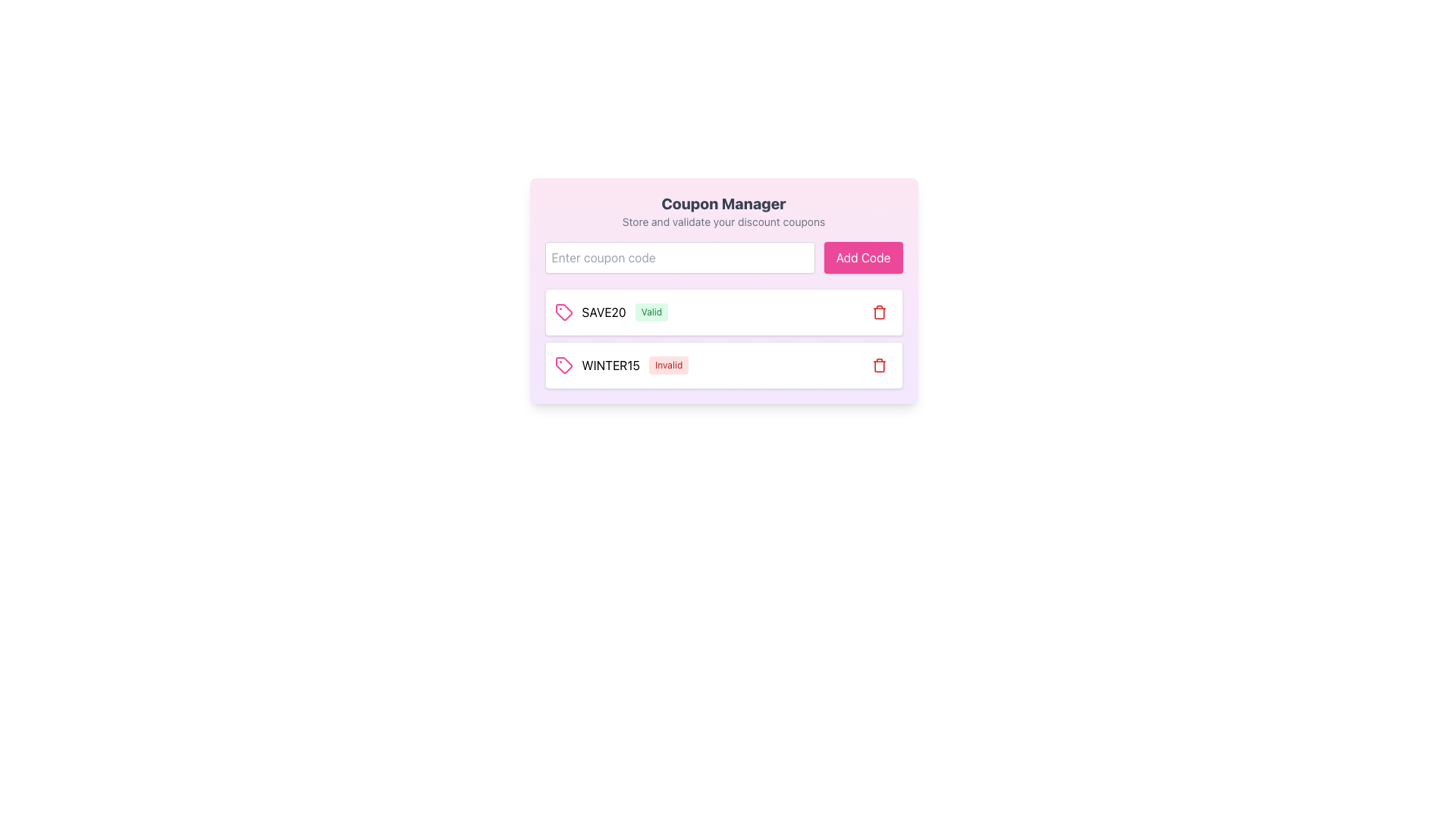 The image size is (1456, 819). I want to click on the static text element displaying the coupon code 'SAVE20', which is prominently styled and located between a tag icon and a 'Valid' label, so click(603, 312).